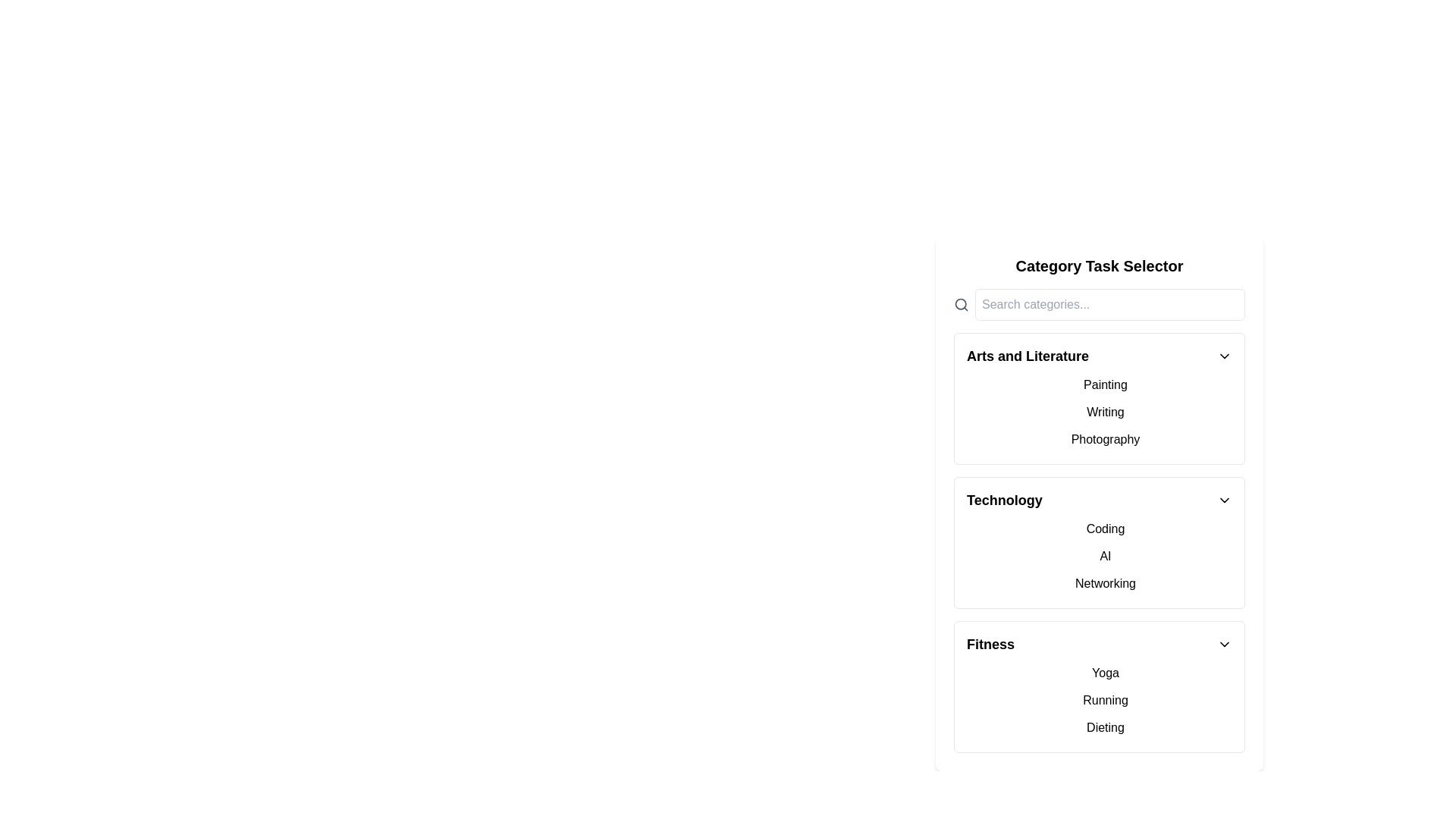 This screenshot has width=1456, height=819. I want to click on the 'Coding' text item in the selectable category list within the 'Technology' category to change its text color to blue, so click(1106, 529).